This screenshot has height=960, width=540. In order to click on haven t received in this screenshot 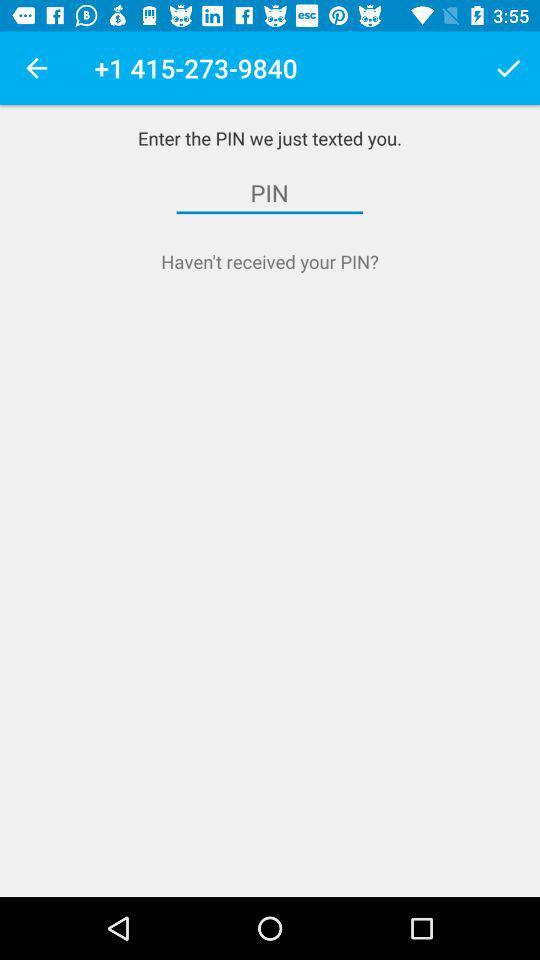, I will do `click(270, 260)`.